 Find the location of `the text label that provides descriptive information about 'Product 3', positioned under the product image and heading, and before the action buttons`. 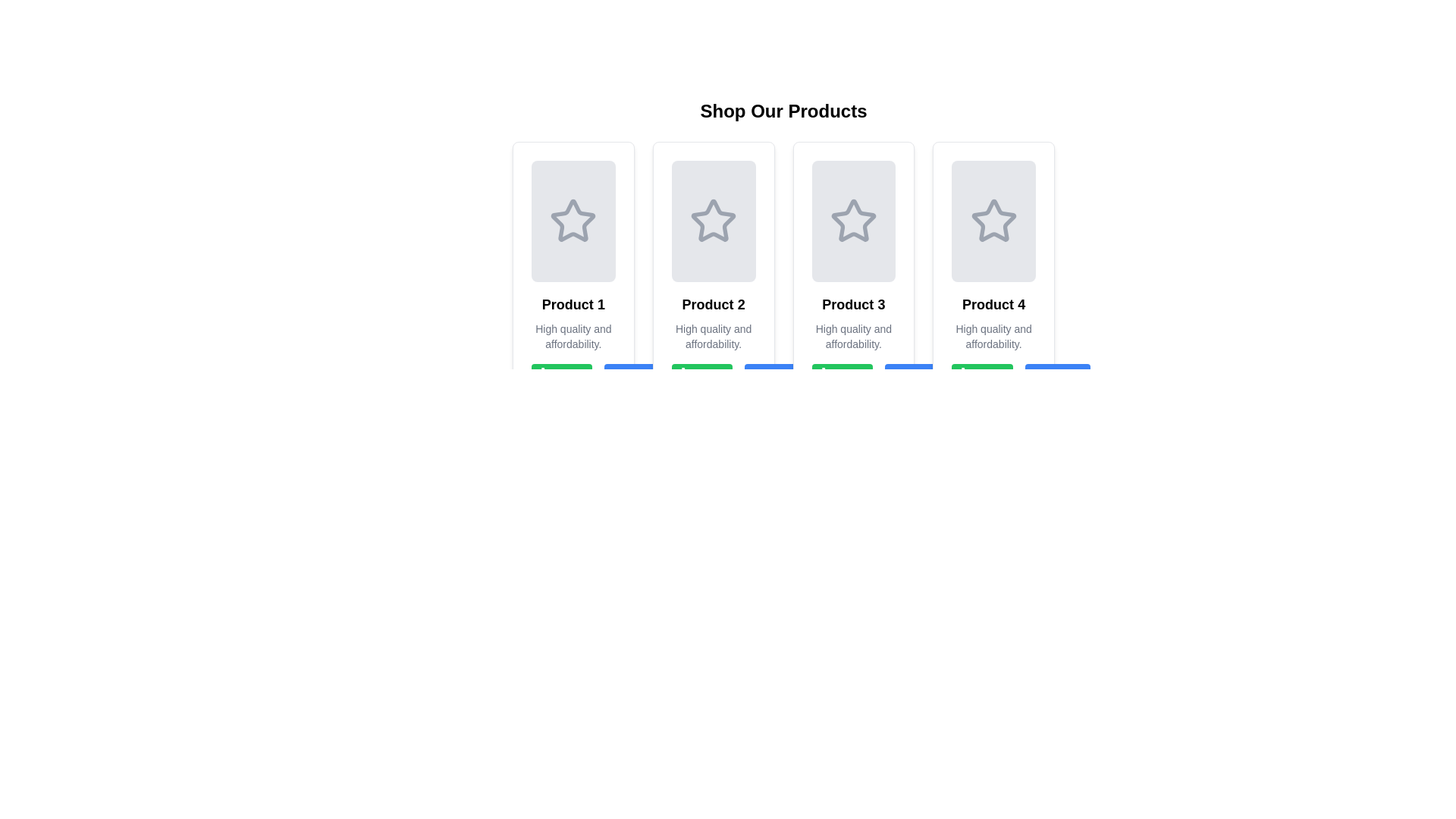

the text label that provides descriptive information about 'Product 3', positioned under the product image and heading, and before the action buttons is located at coordinates (853, 335).